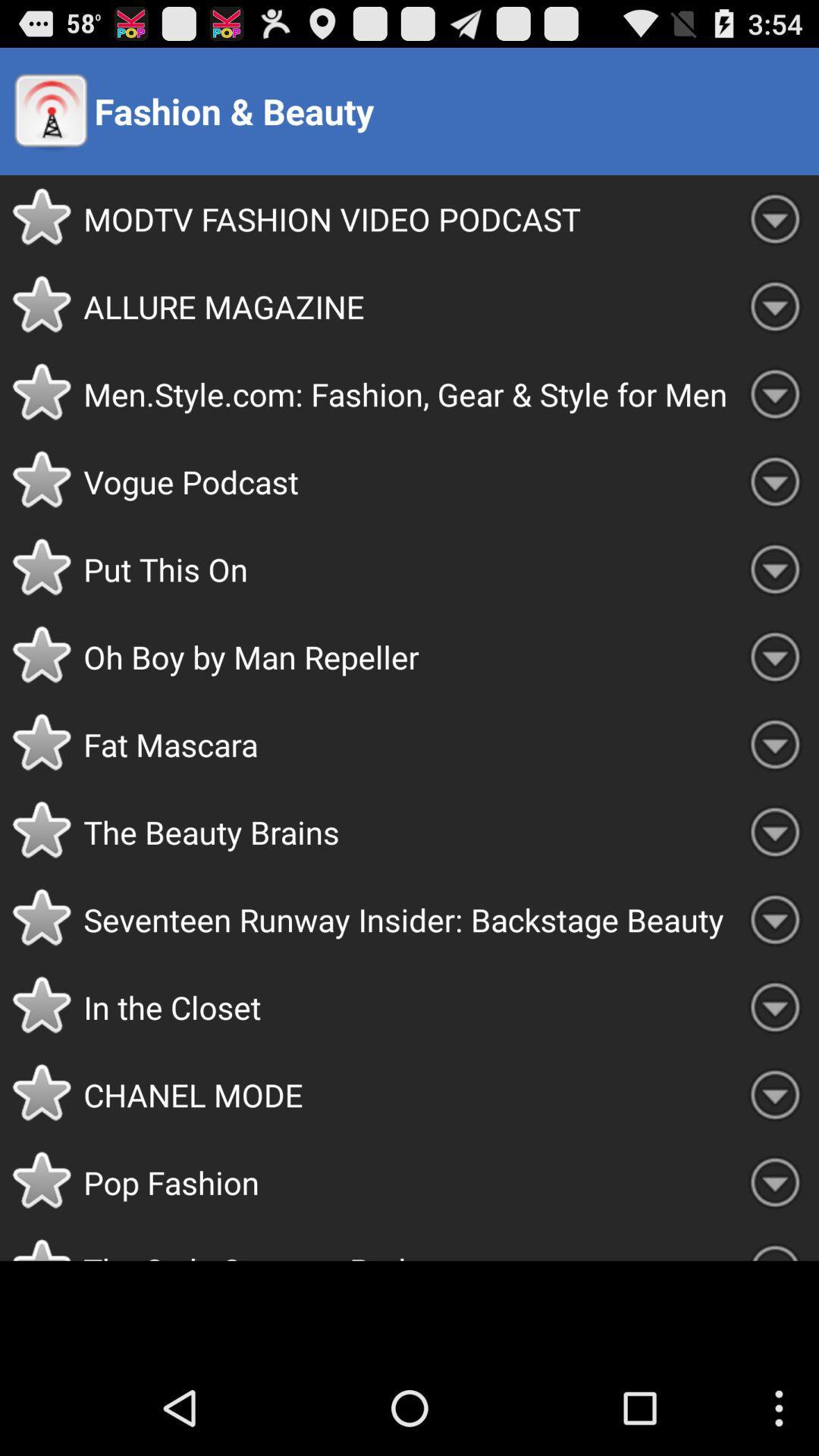 This screenshot has width=819, height=1456. I want to click on icon below the vogue podcast app, so click(406, 568).